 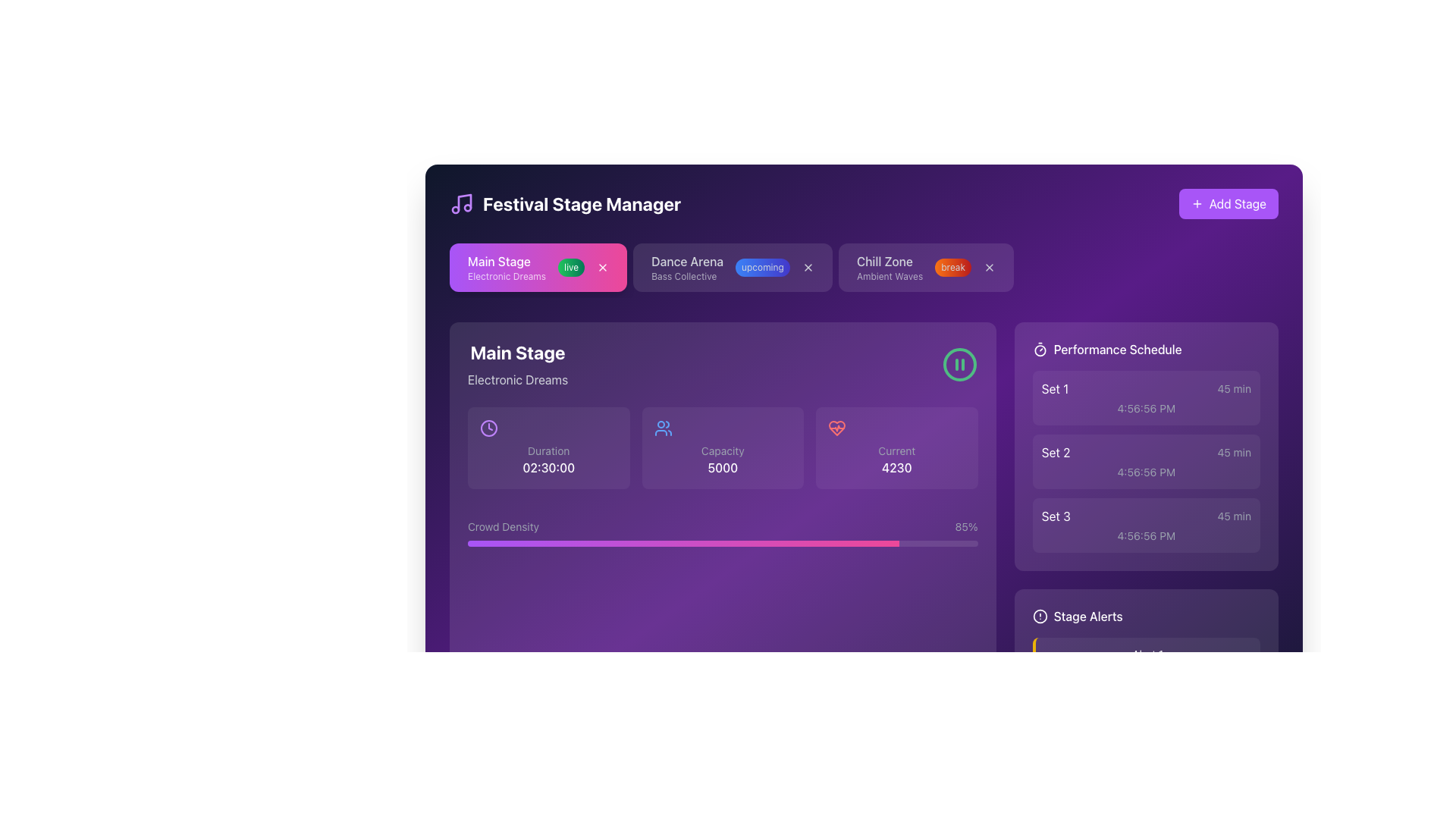 What do you see at coordinates (518, 365) in the screenshot?
I see `the title and subtitle text display element located in the upper left section of the purple panel` at bounding box center [518, 365].